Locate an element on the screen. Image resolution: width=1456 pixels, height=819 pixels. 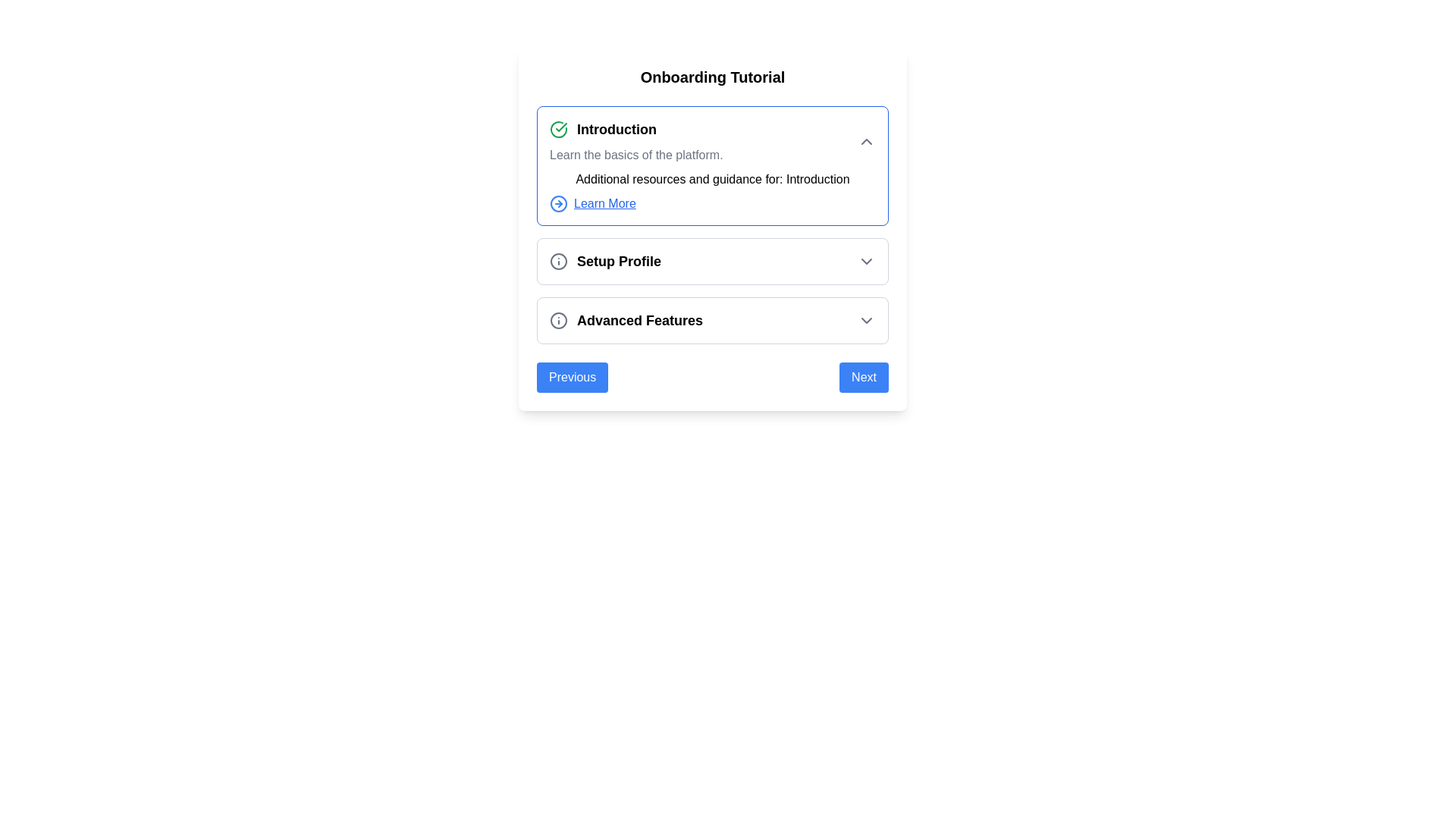
the 'Learn More' text link, which is styled with an underline and positioned to the right of an arrow symbol in the 'Introduction' section of a vertical stepper component is located at coordinates (604, 203).